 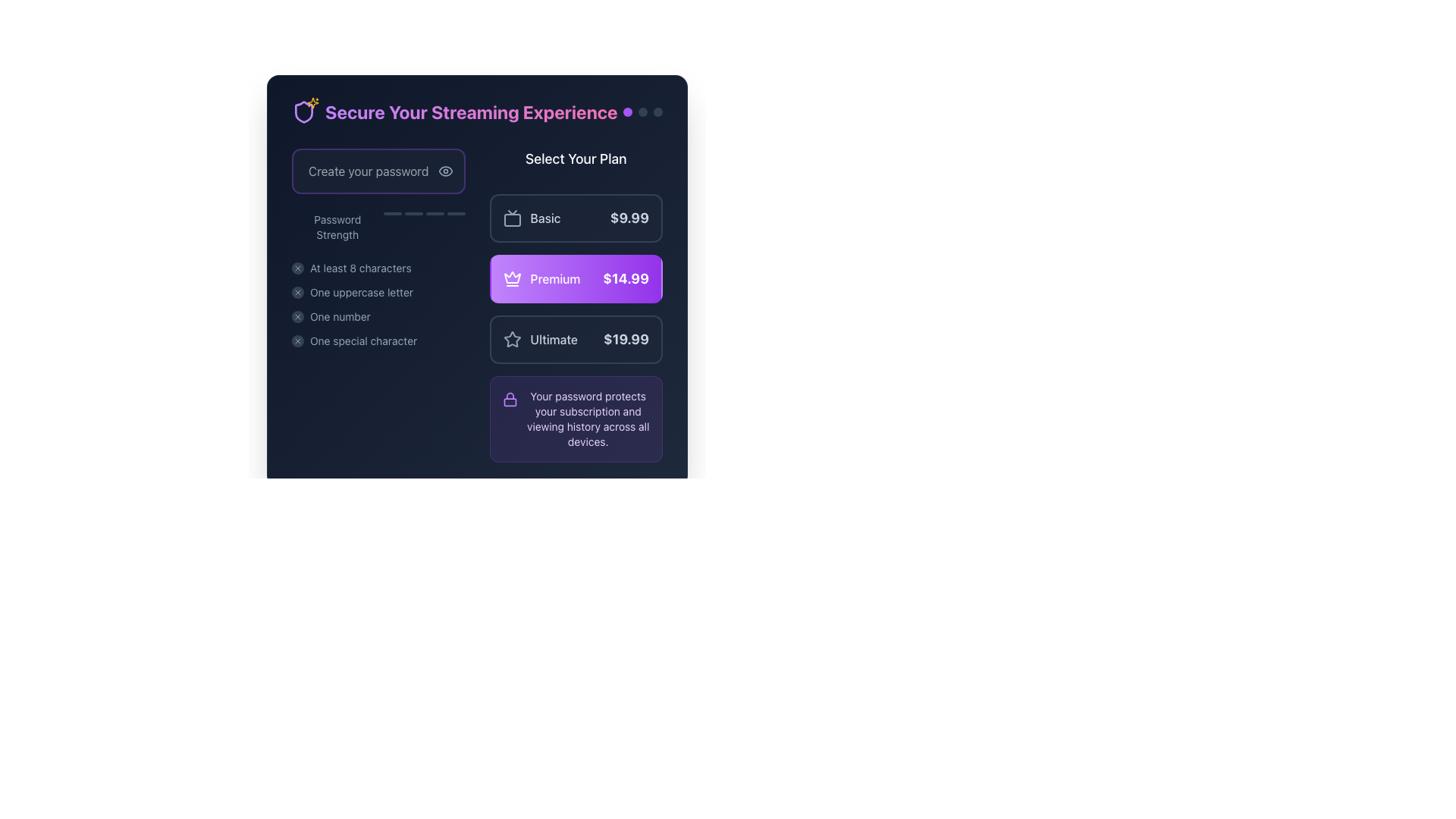 What do you see at coordinates (470, 111) in the screenshot?
I see `the bold stylized text 'Secure Your Streaming Experience' which is rendered in a gradient color and is positioned near the top of the panel, horizontally centered in the header section` at bounding box center [470, 111].